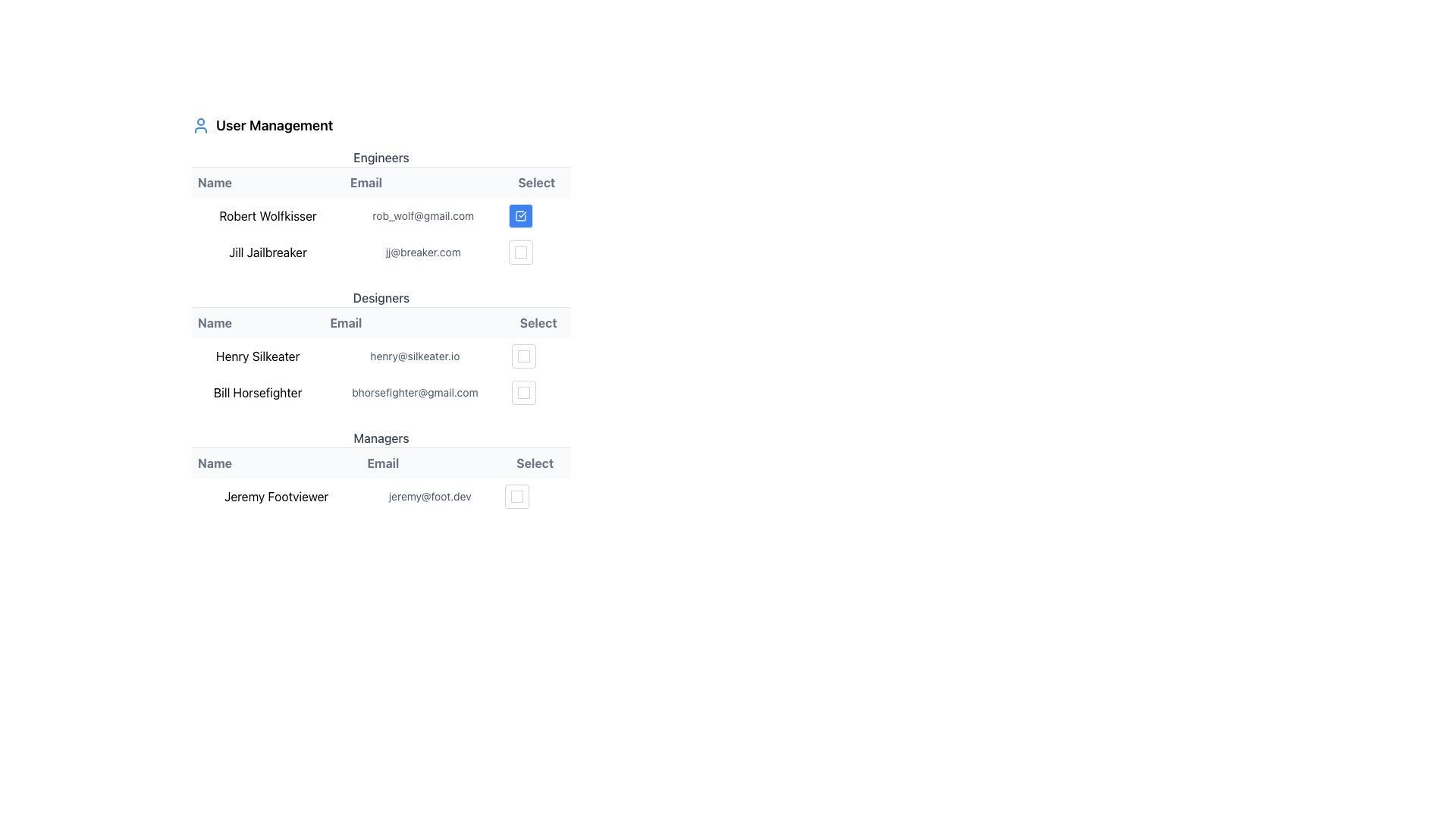 The image size is (1456, 819). What do you see at coordinates (381, 374) in the screenshot?
I see `the selection checkbox in the Table Row Group displaying user details for 'Henry Silkeater' and 'Bill Horsefighter' under the 'Designers' section` at bounding box center [381, 374].